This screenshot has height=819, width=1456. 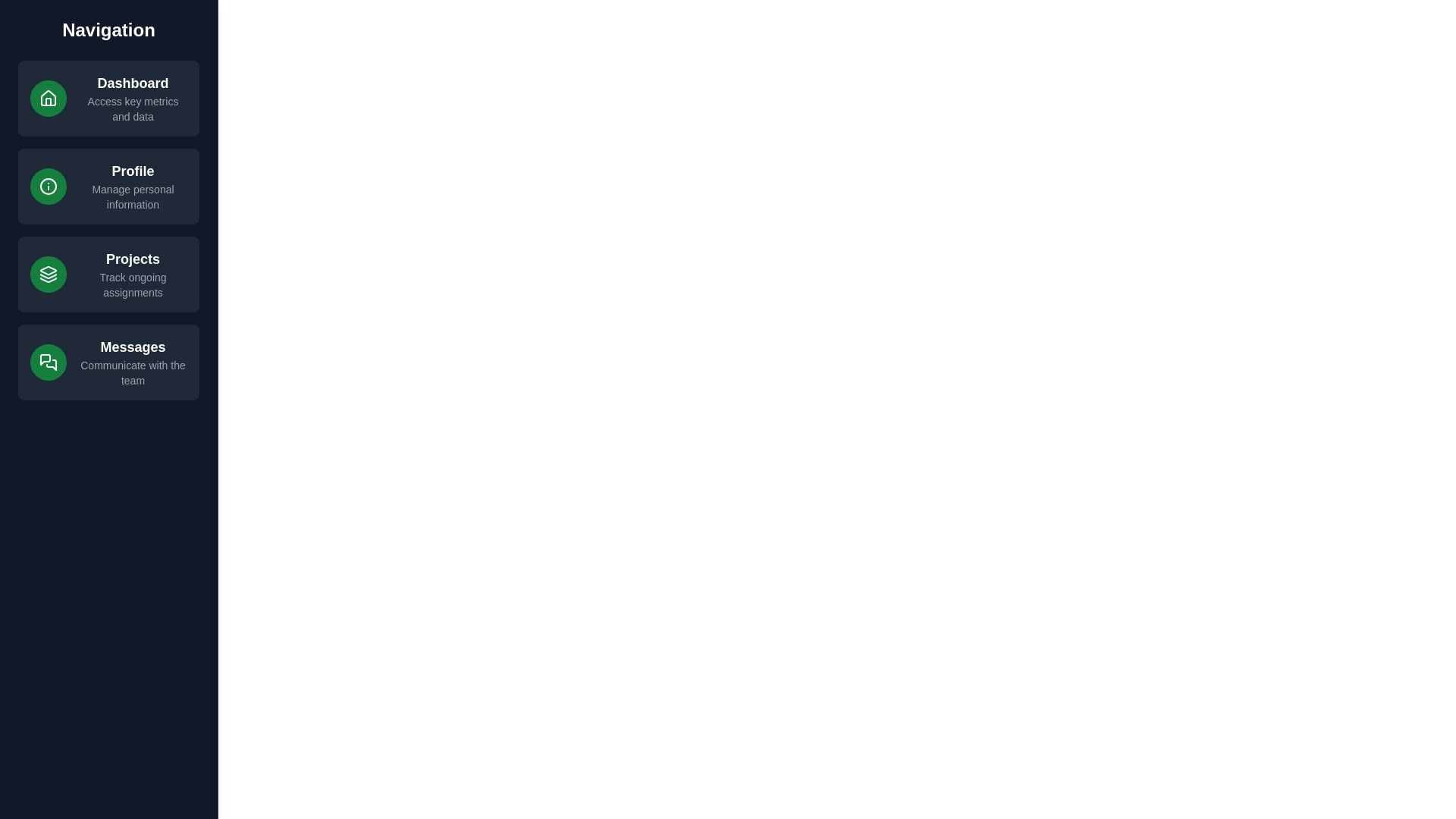 I want to click on the navigation item Projects to observe hover effects, so click(x=108, y=275).